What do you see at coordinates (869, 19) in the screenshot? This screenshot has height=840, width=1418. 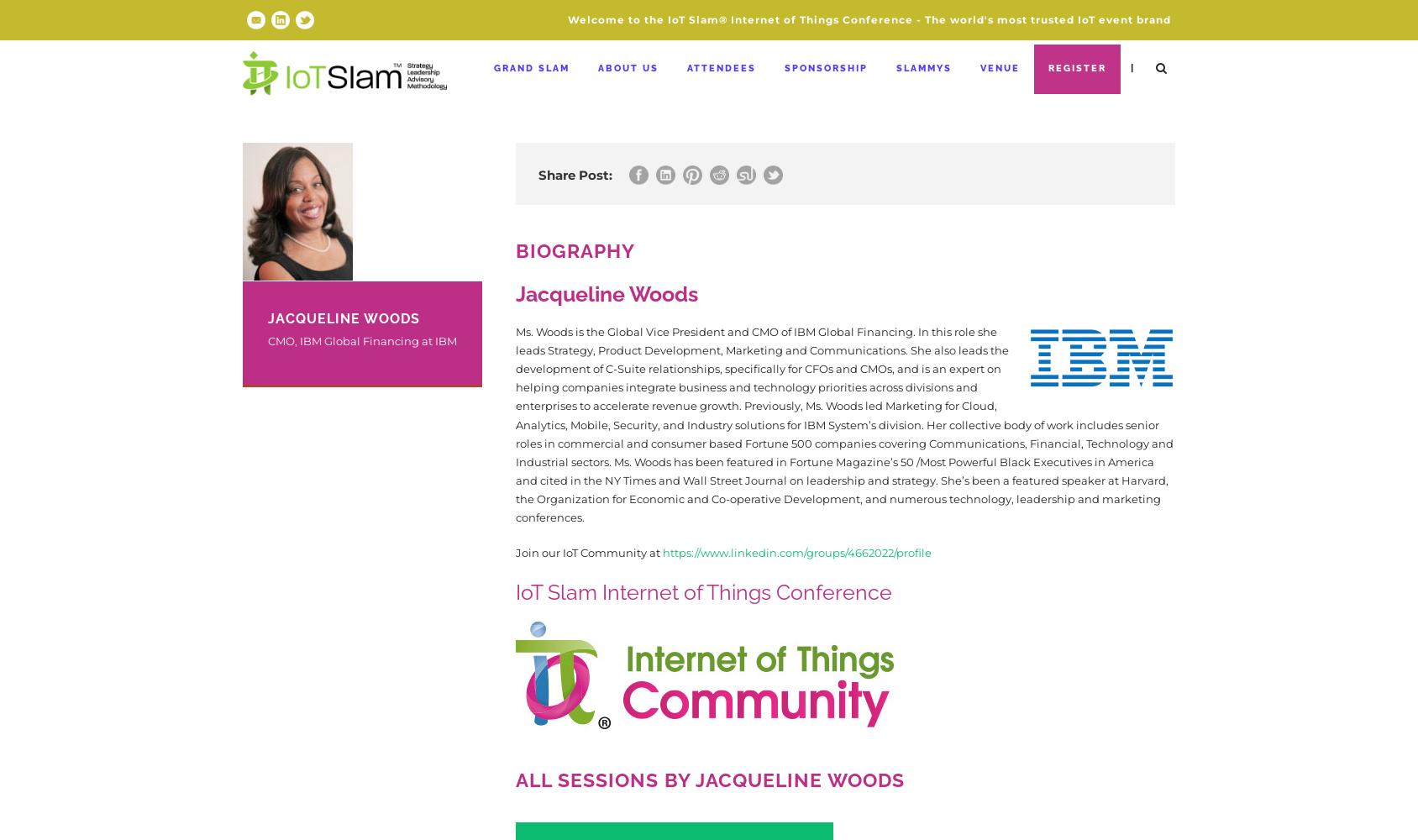 I see `'Welcome to the IoT Slam® Internet of Things Conference - The world's most trusted IoT event brand'` at bounding box center [869, 19].